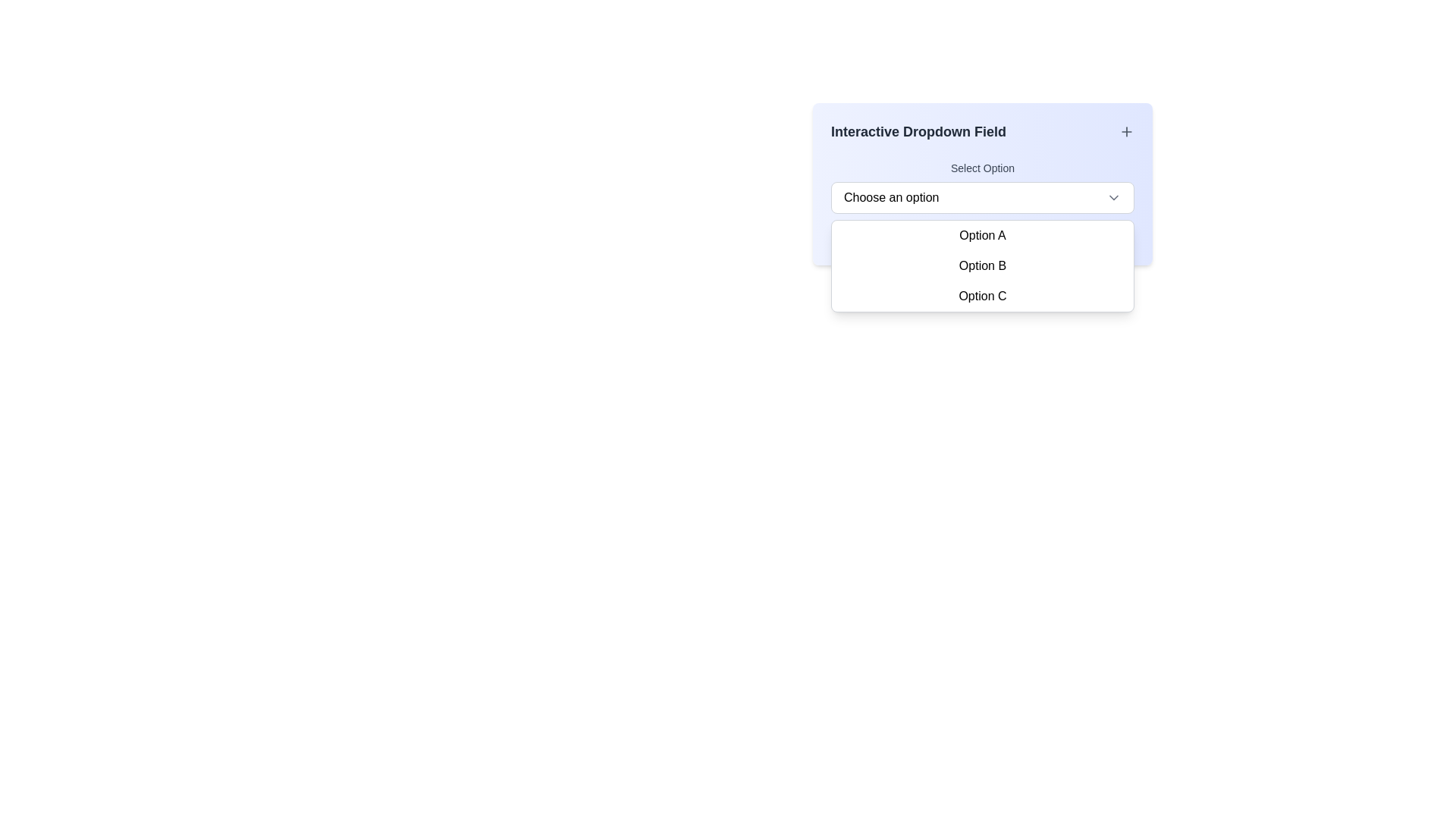  I want to click on the dropdown menu option displaying 'Option B', so click(983, 265).